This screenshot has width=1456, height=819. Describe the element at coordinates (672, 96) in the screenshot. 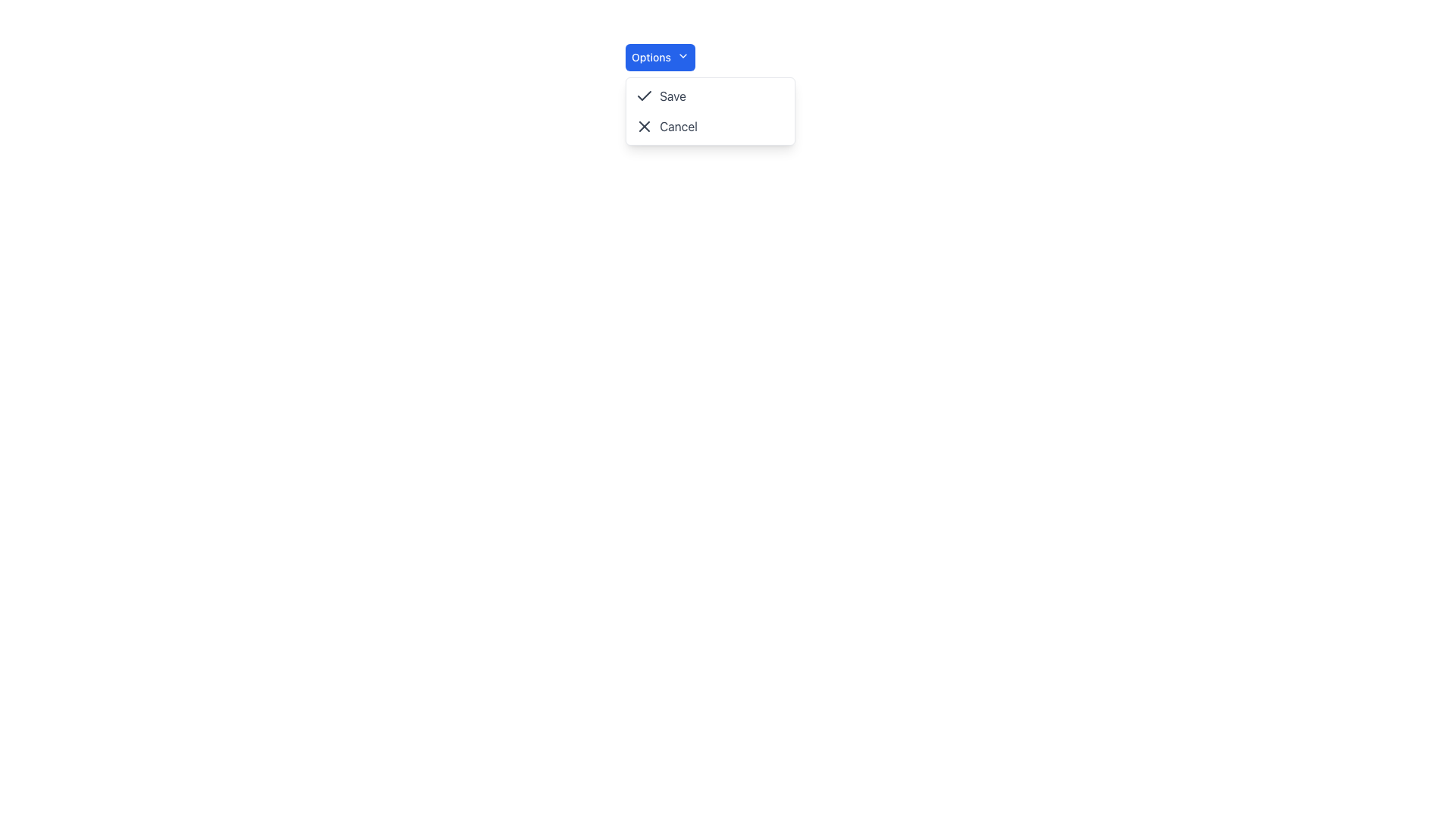

I see `the 'Save' text label displayed in dark grey within the second item of a vertical list menu` at that location.